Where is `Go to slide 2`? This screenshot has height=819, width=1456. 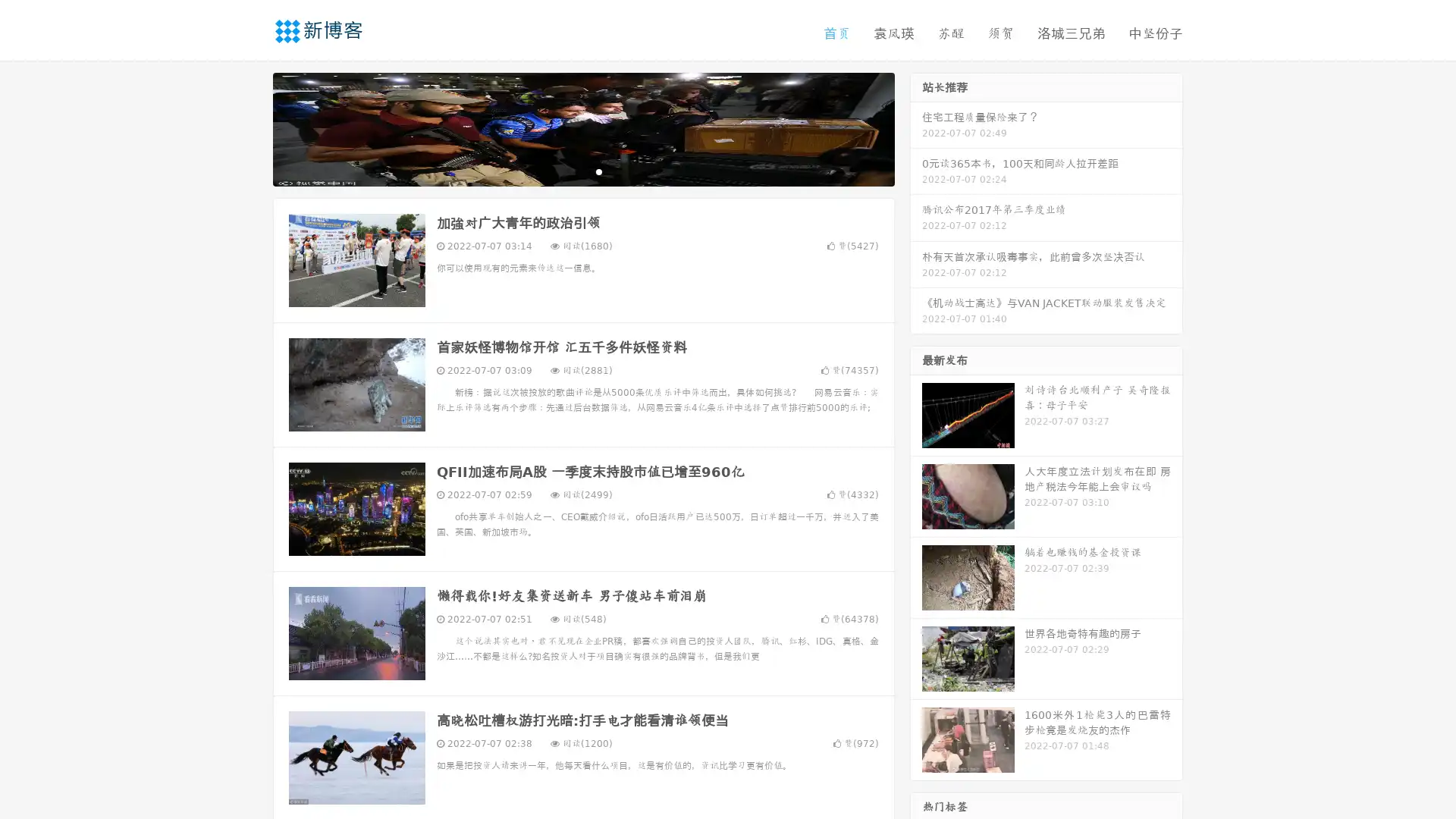
Go to slide 2 is located at coordinates (582, 171).